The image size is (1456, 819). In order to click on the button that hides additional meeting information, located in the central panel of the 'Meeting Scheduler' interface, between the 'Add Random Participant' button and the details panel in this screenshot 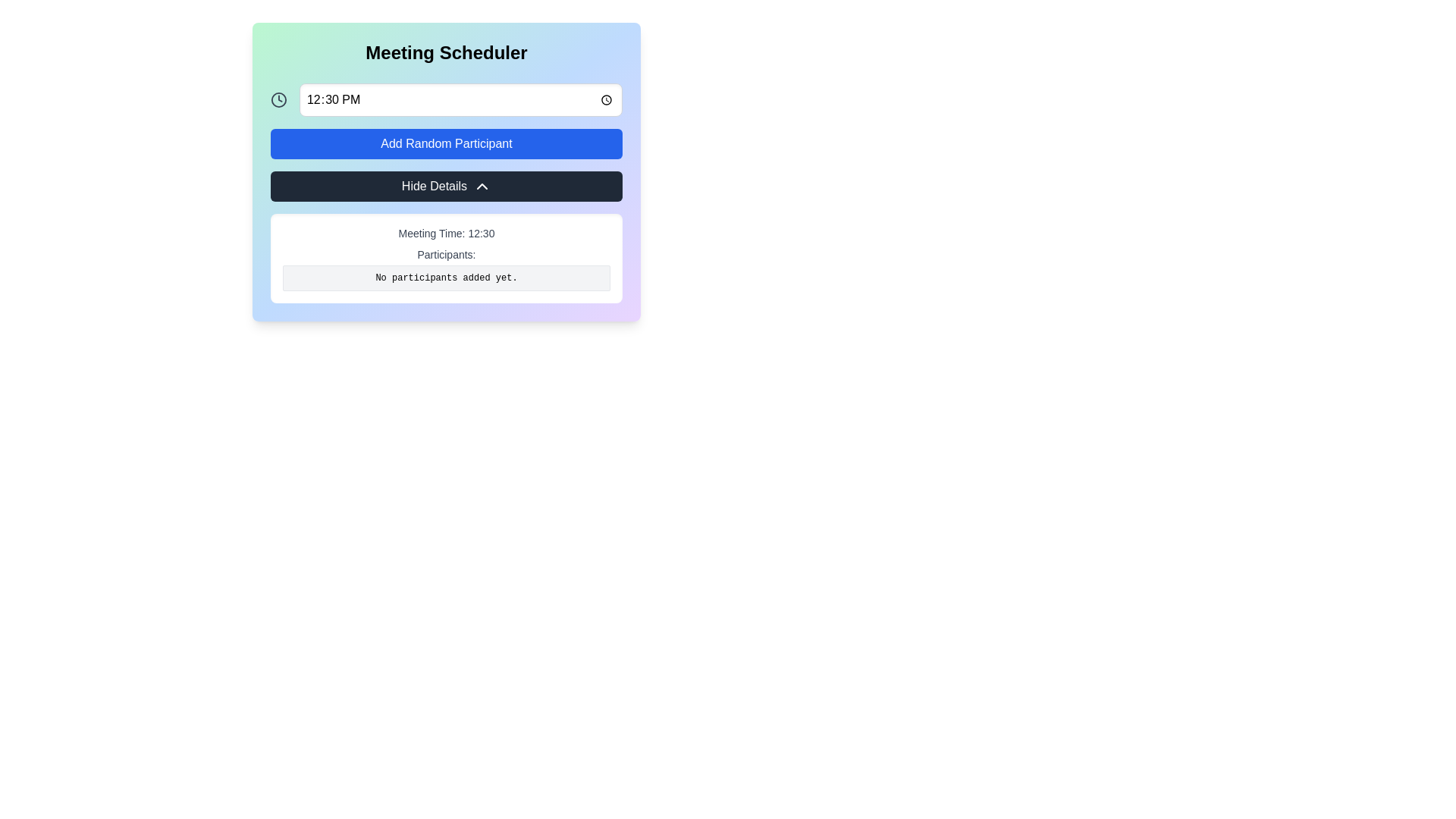, I will do `click(446, 171)`.